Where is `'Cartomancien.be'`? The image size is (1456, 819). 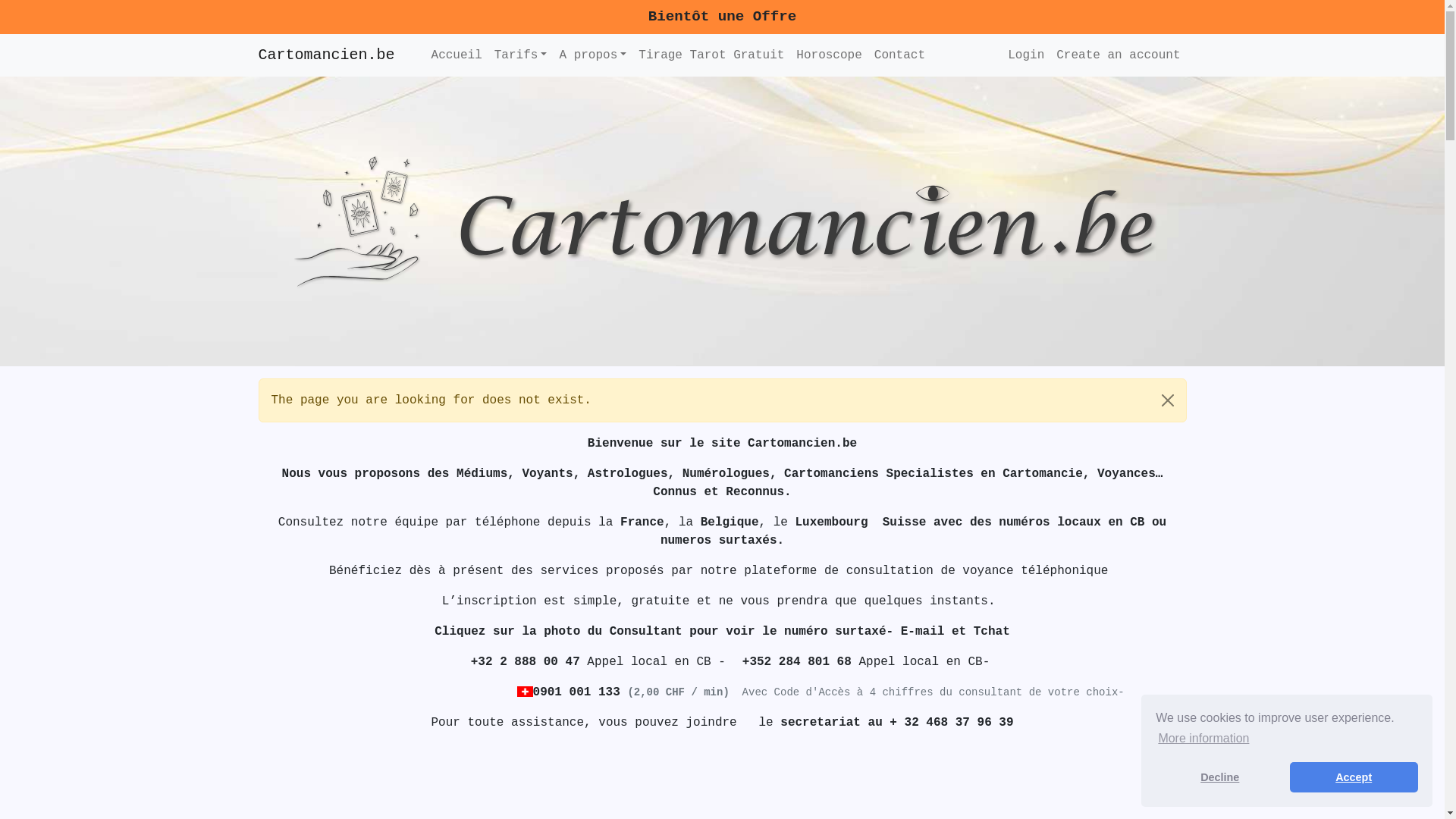 'Cartomancien.be' is located at coordinates (325, 55).